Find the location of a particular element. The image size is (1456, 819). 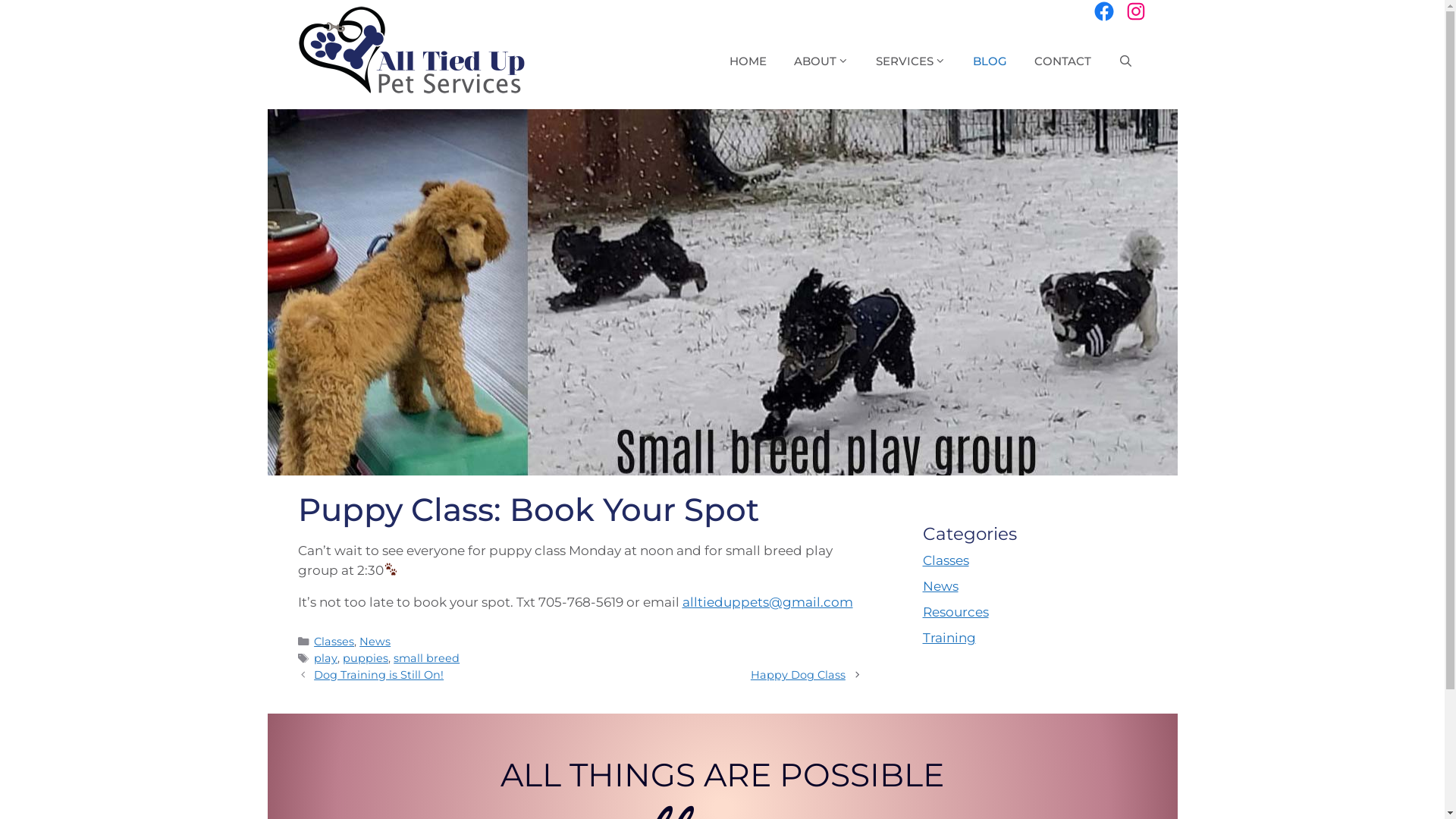

'SERVICES' is located at coordinates (862, 61).